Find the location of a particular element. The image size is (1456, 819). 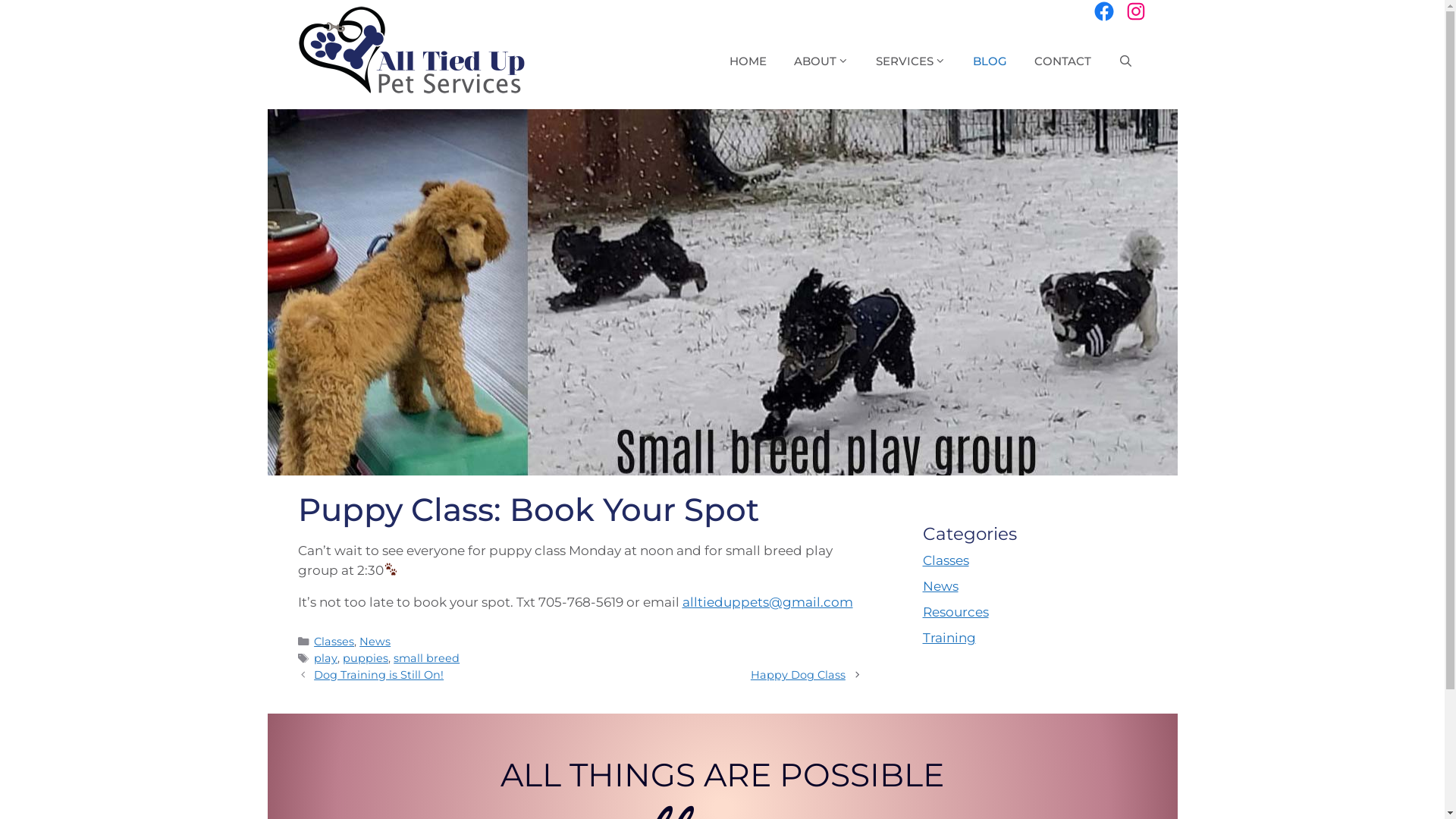

'SERVICES' is located at coordinates (862, 61).